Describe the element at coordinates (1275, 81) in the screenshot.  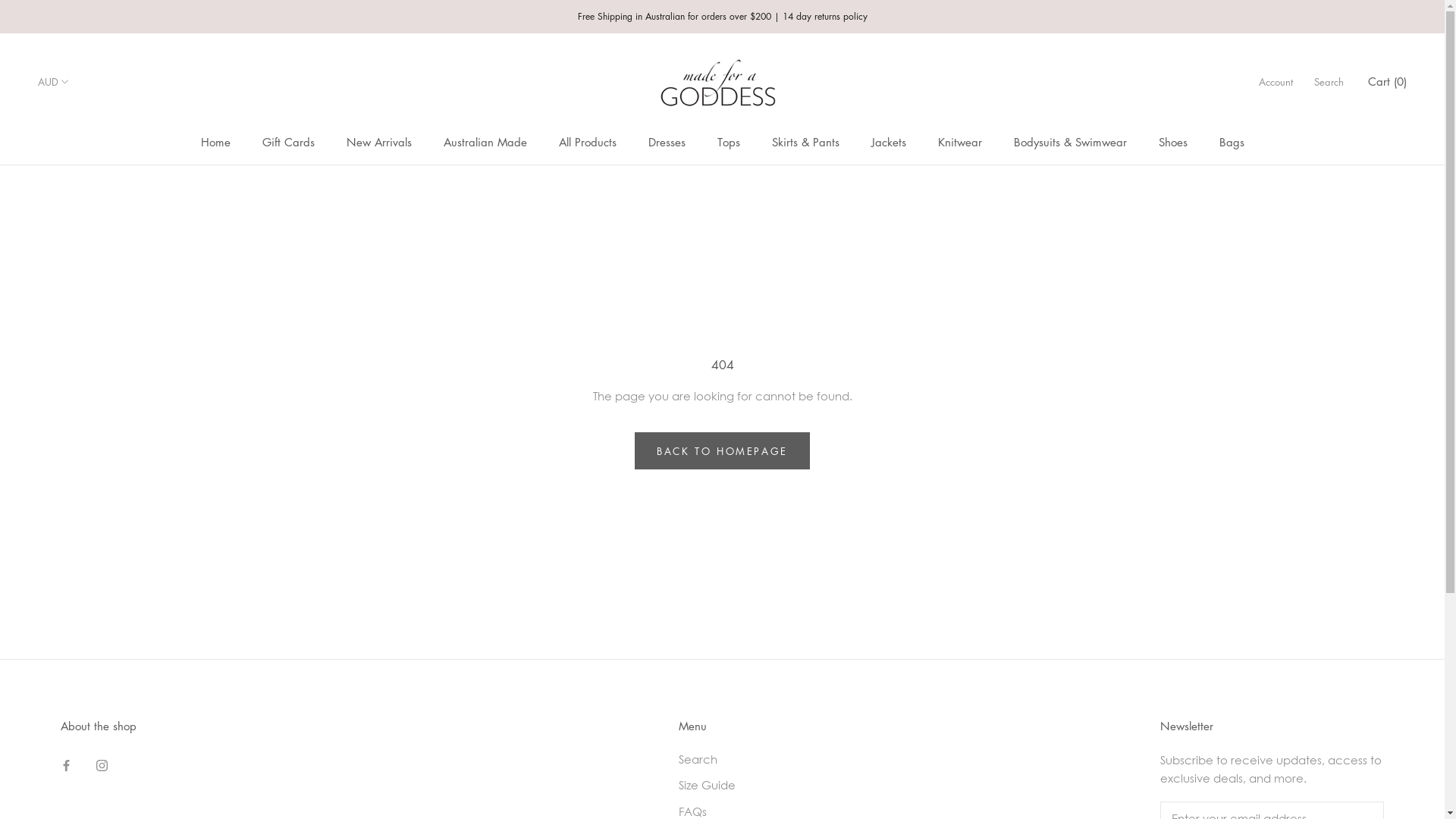
I see `'Account'` at that location.